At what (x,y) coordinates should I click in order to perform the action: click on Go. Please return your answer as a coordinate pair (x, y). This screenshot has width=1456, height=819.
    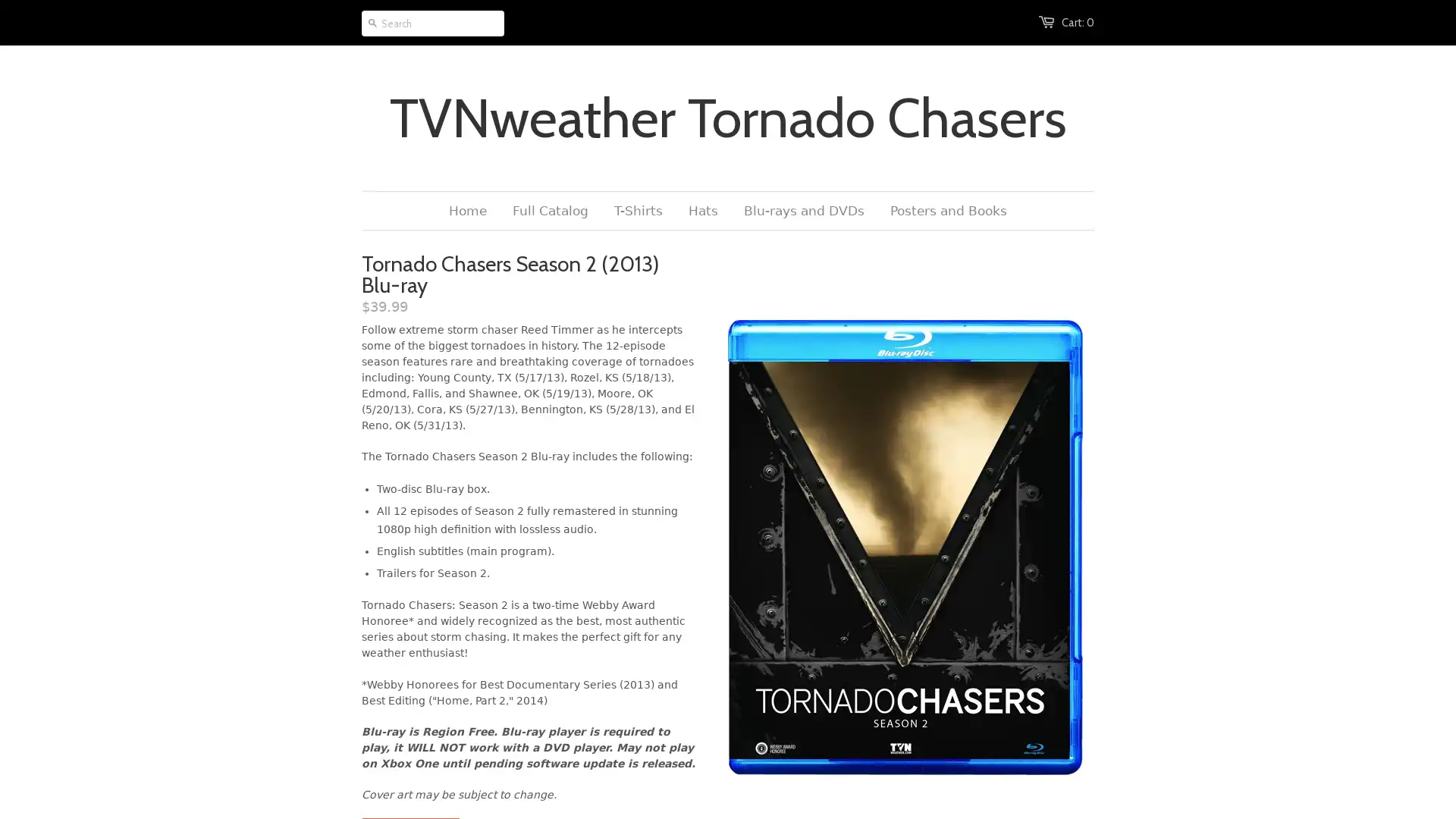
    Looking at the image, I should click on (372, 23).